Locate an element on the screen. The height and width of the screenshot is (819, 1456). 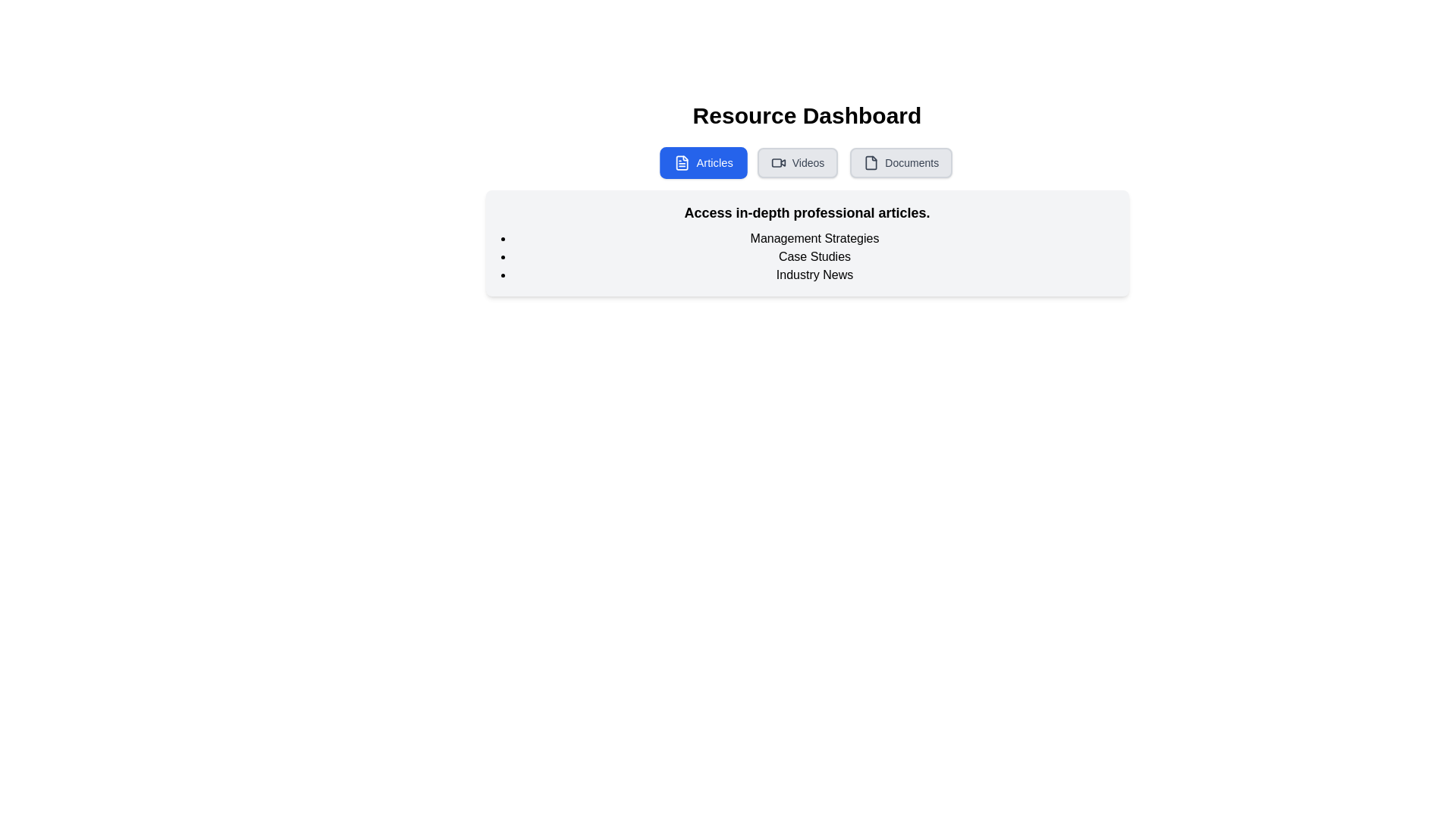
the graphical icon that enhances the 'Articles' tab button located in the top-left section of the interface is located at coordinates (681, 163).